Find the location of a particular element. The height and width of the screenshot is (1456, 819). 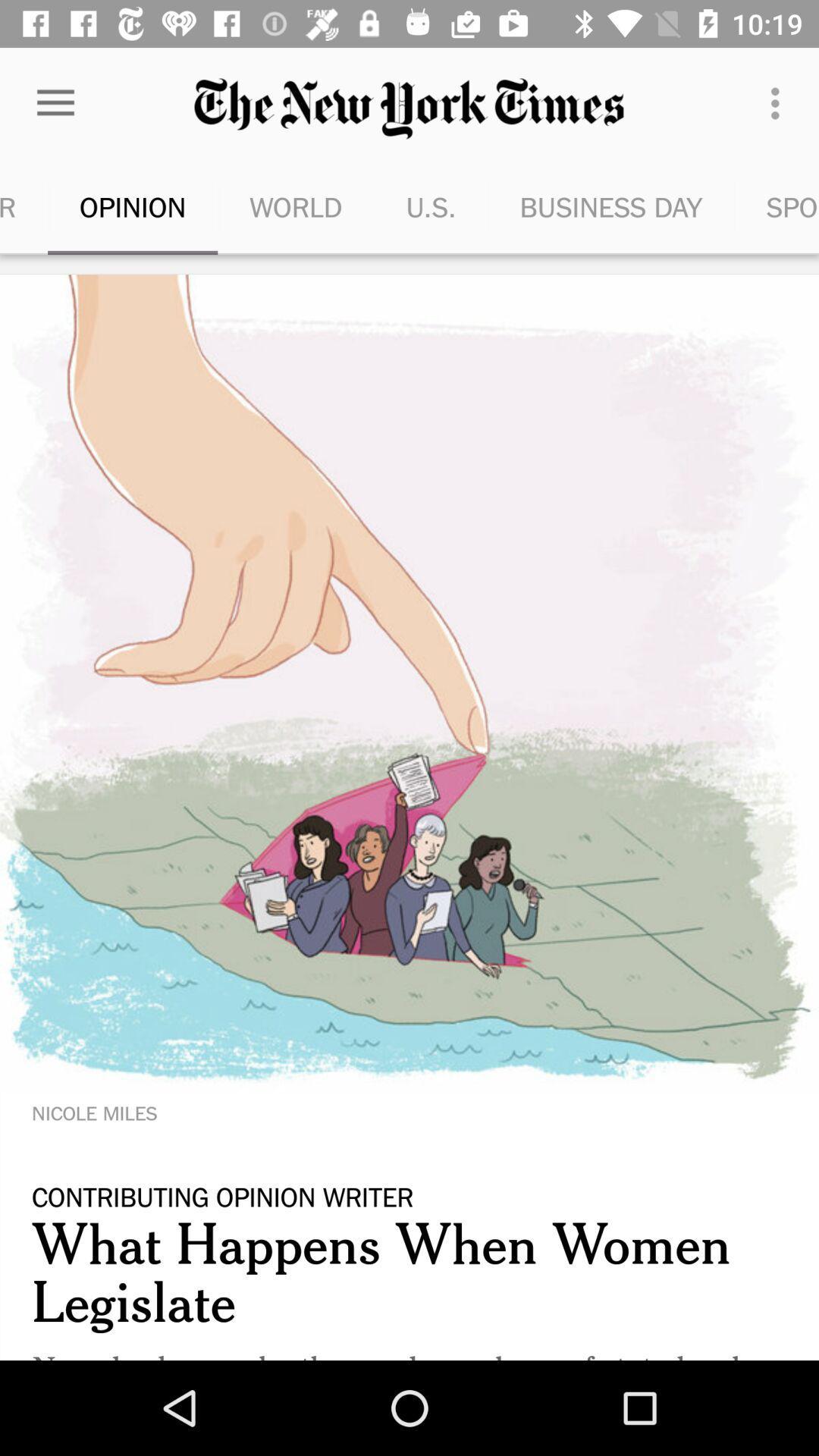

the item to the left of u.s. icon is located at coordinates (296, 206).